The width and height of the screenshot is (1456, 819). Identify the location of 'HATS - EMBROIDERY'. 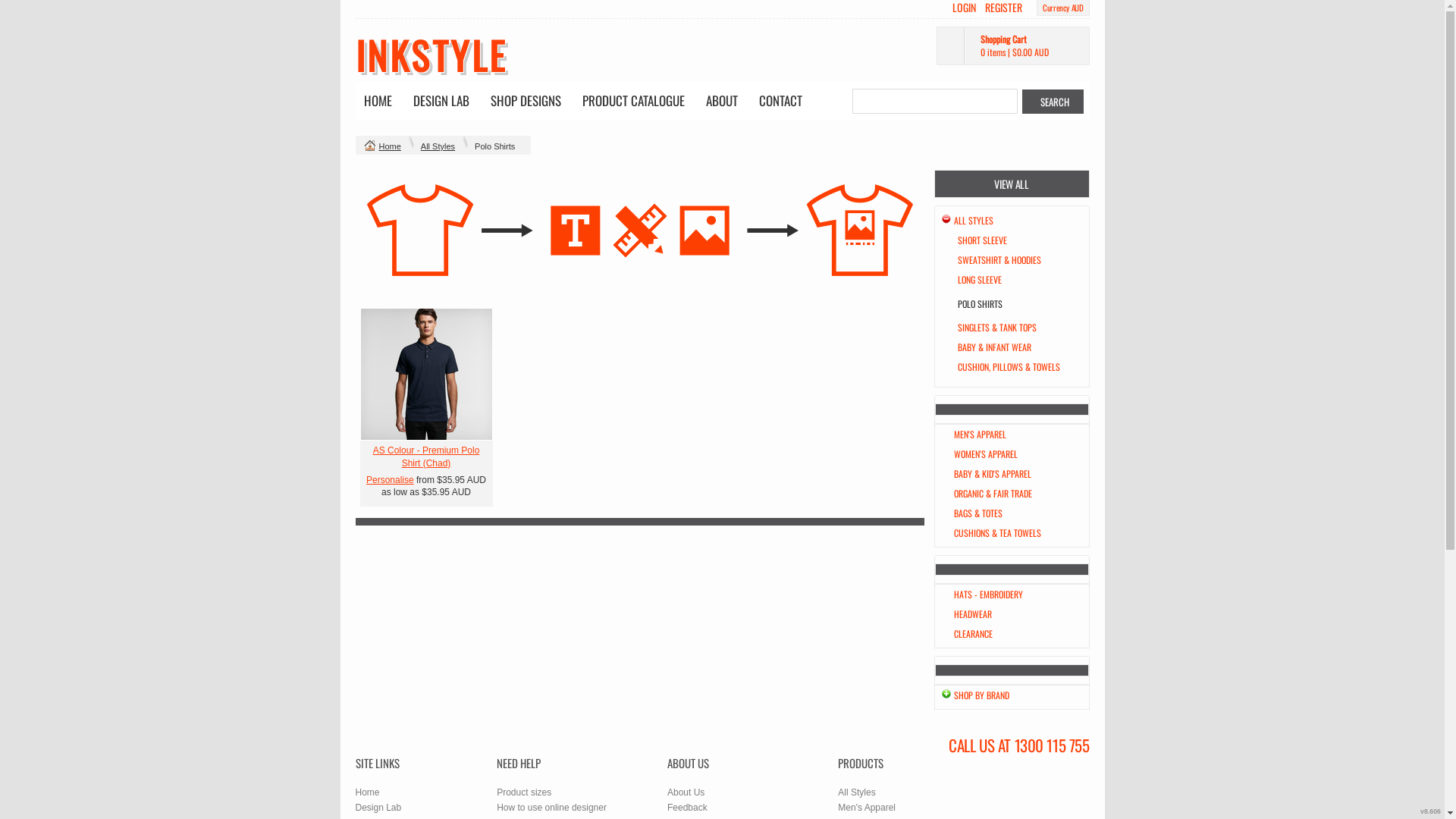
(988, 593).